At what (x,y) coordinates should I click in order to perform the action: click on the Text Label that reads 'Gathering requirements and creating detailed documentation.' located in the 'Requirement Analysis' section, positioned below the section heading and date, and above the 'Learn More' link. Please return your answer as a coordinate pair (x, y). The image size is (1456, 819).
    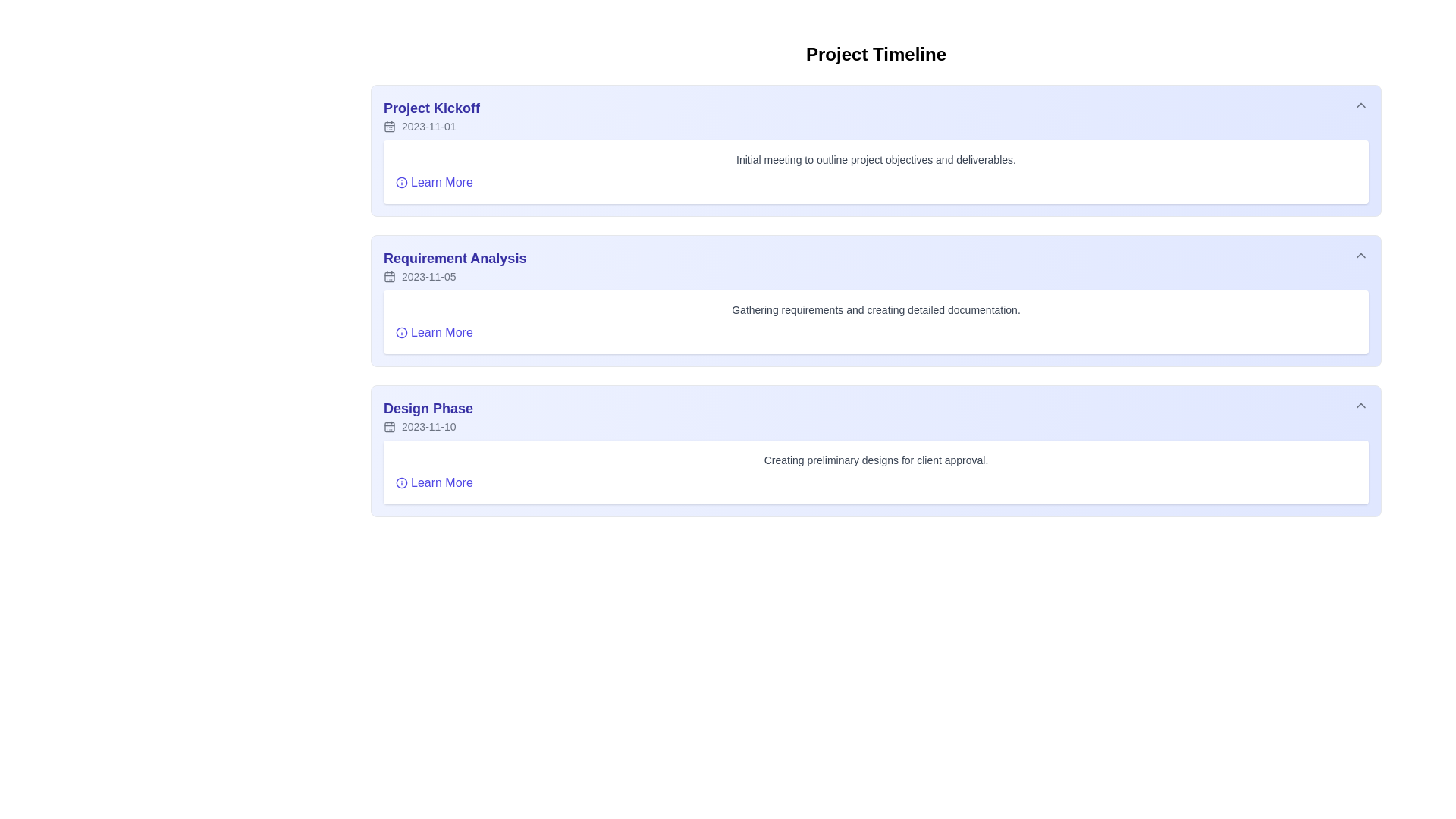
    Looking at the image, I should click on (876, 309).